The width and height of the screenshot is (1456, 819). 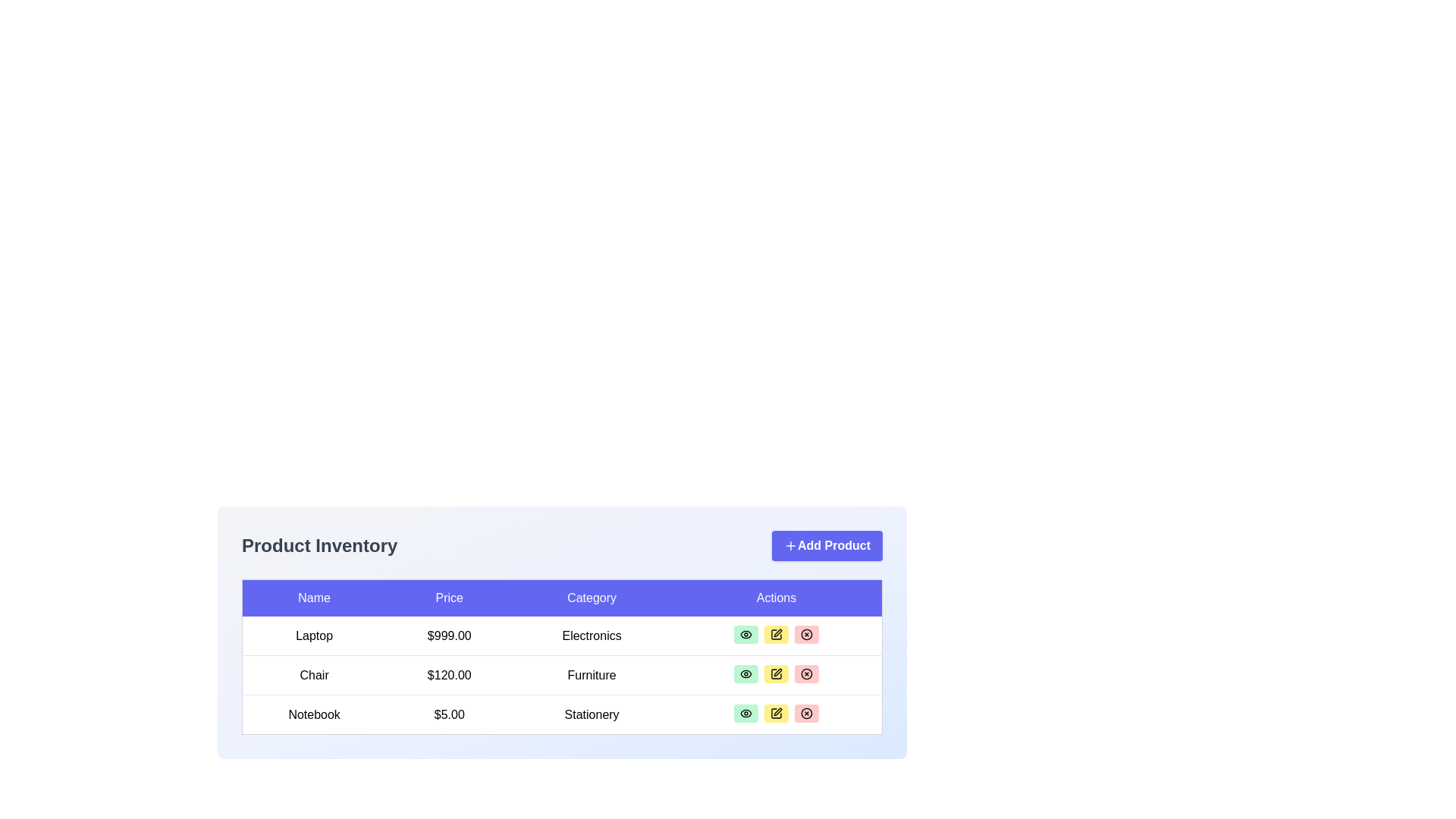 What do you see at coordinates (745, 714) in the screenshot?
I see `the eye icon in the 'Actions' column of the 'Product Inventory' table, specifically in the third row` at bounding box center [745, 714].